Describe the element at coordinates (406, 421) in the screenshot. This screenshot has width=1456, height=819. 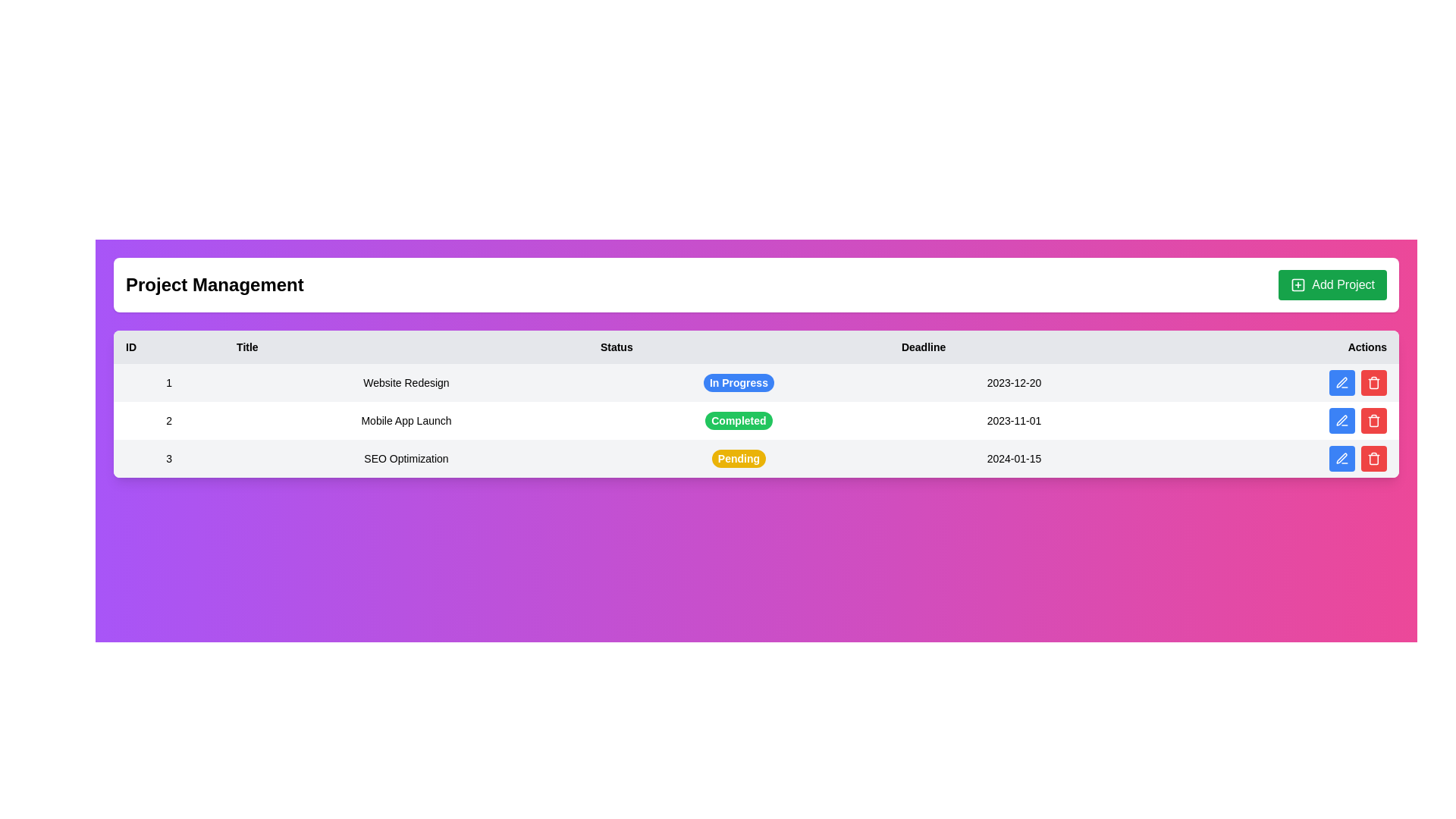
I see `text content of the label representing the title of the project in the 'Title' column of the second row, located between the 'ID' column with value '2' and the 'Status' column showing 'Completed'` at that location.